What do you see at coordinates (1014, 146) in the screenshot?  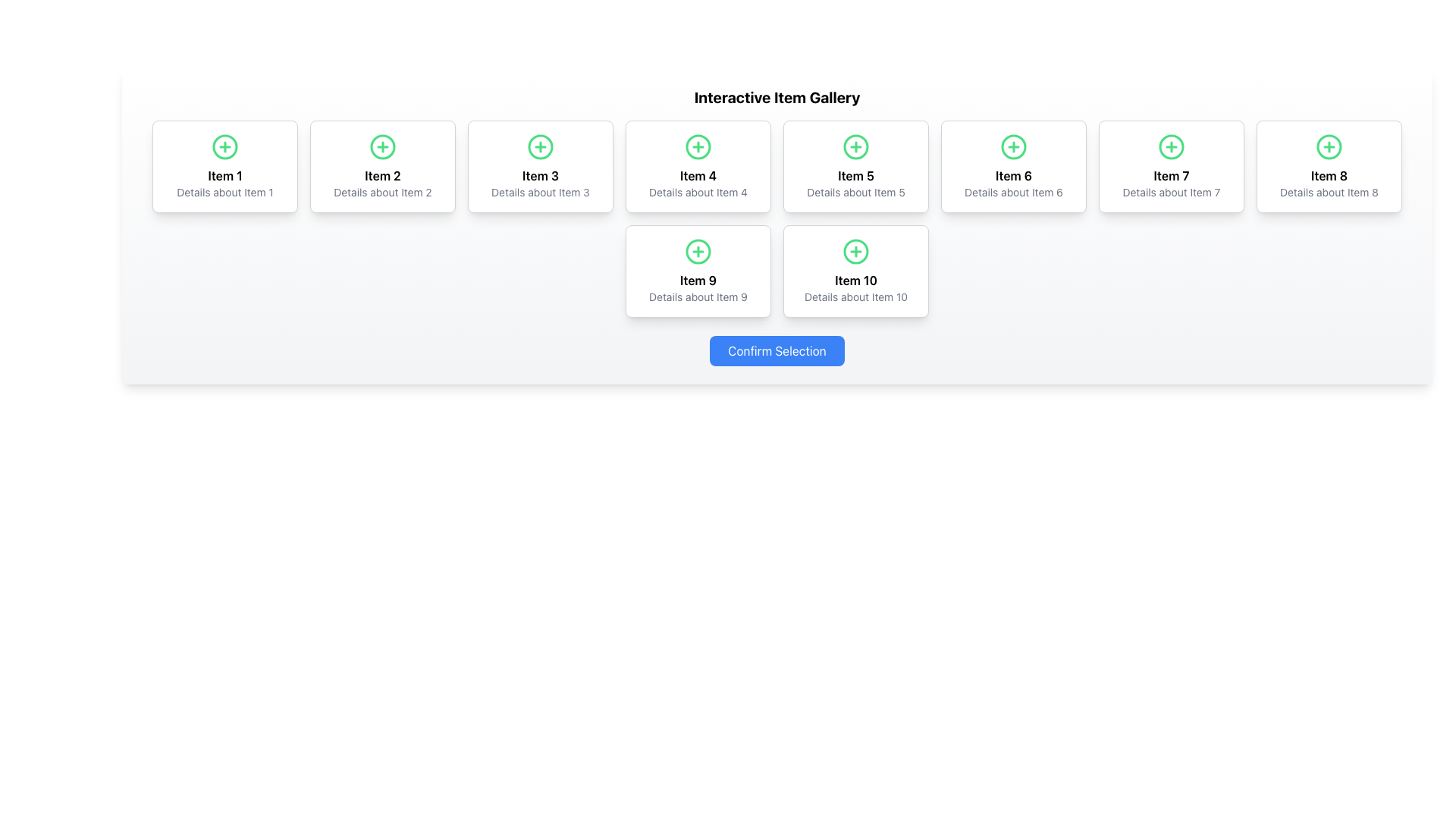 I see `the icon button located at the top-center of the 'Item 6' card` at bounding box center [1014, 146].